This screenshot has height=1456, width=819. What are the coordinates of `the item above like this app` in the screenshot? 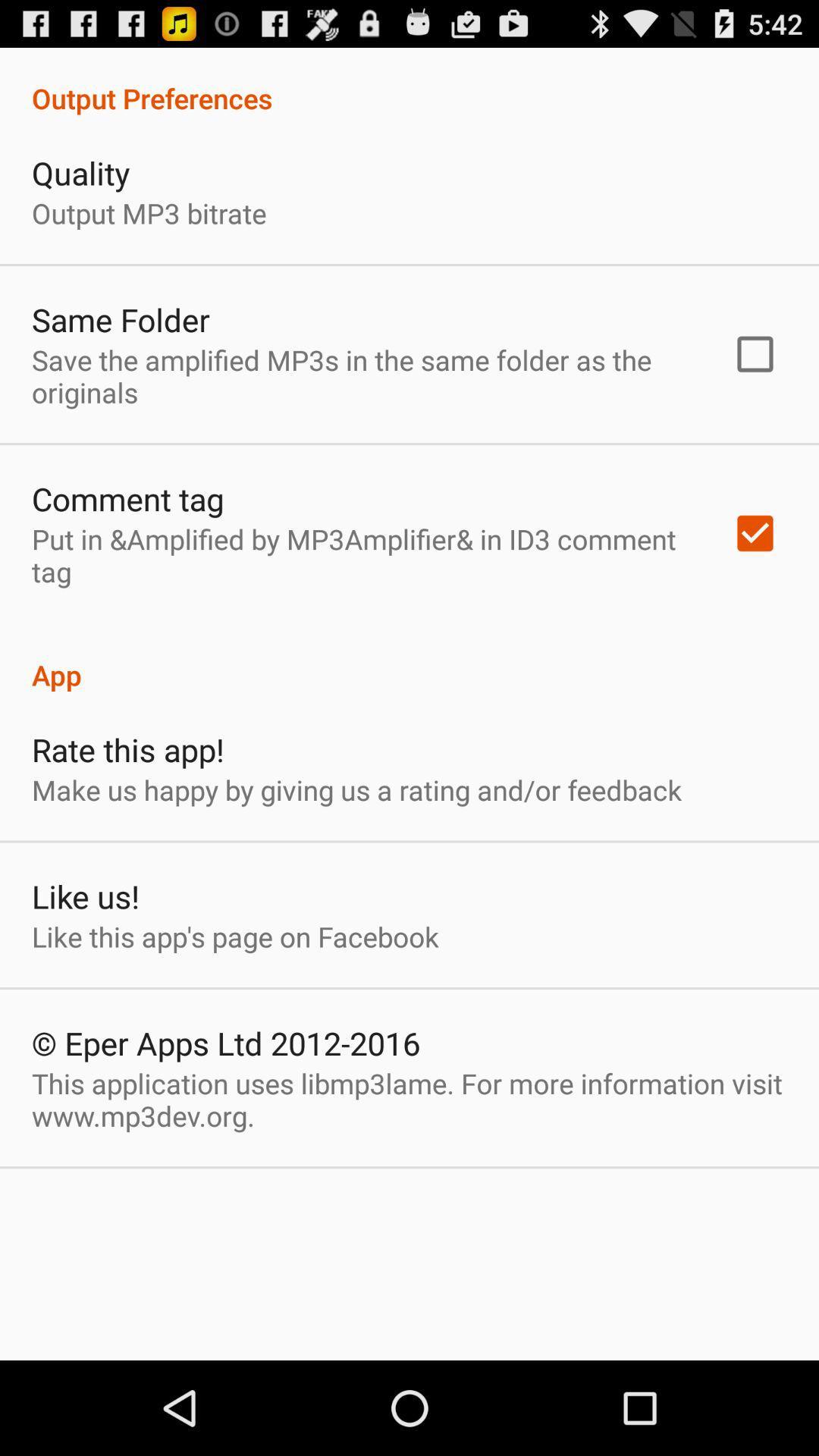 It's located at (85, 896).